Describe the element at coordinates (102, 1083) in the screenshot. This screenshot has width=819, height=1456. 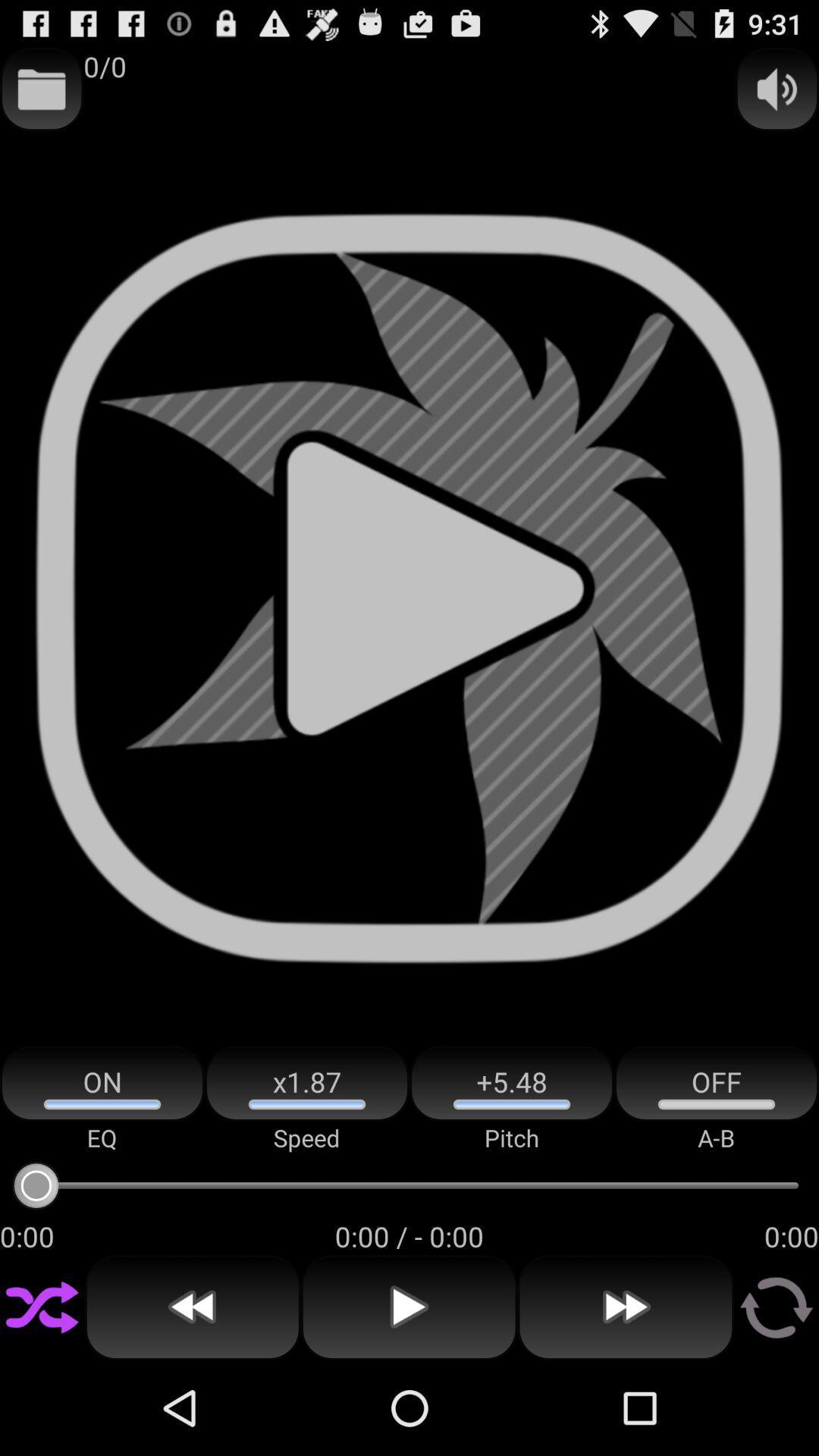
I see `the icon above the eq` at that location.